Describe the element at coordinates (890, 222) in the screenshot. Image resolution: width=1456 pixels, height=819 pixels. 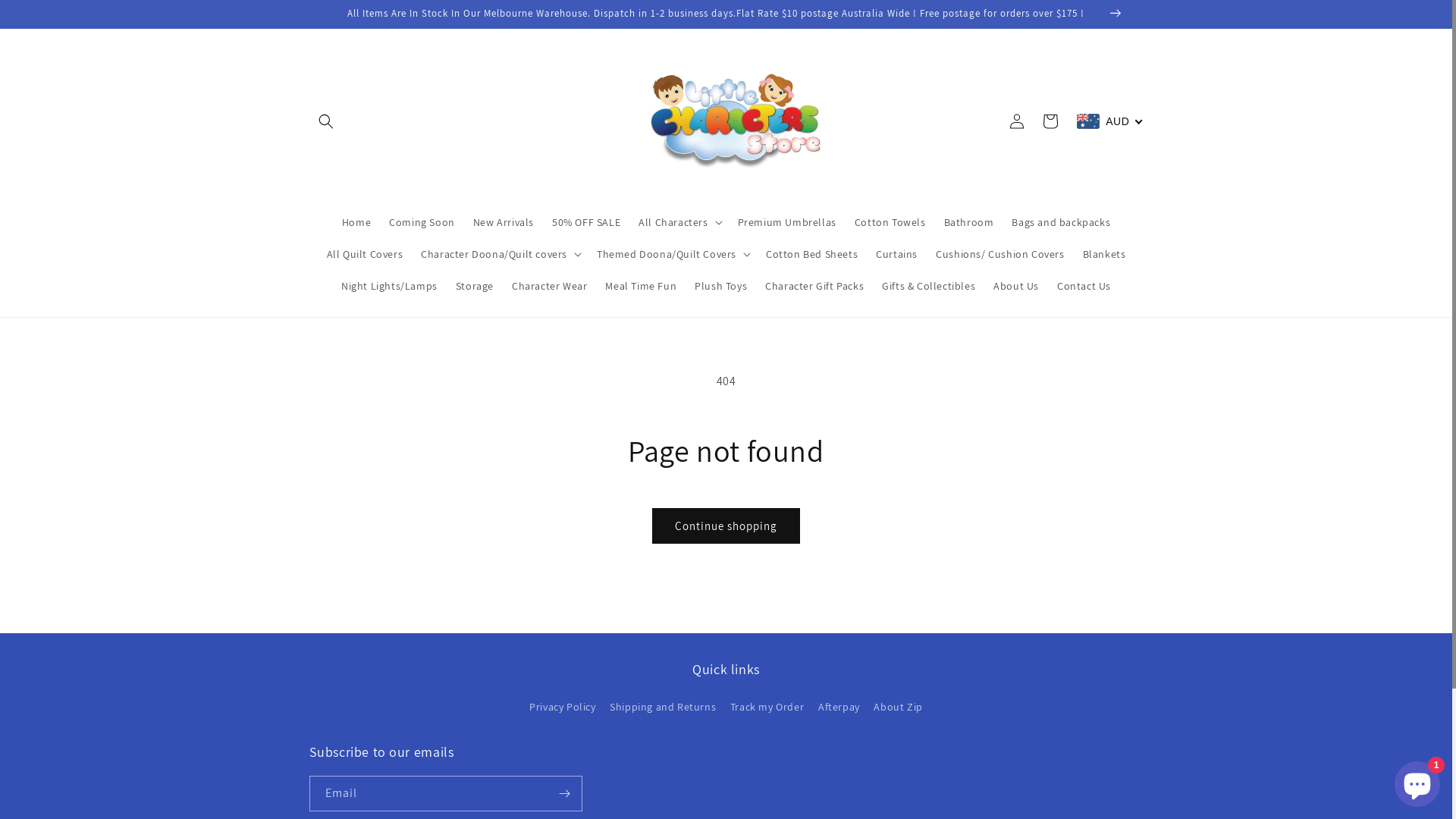
I see `'Cotton Towels'` at that location.